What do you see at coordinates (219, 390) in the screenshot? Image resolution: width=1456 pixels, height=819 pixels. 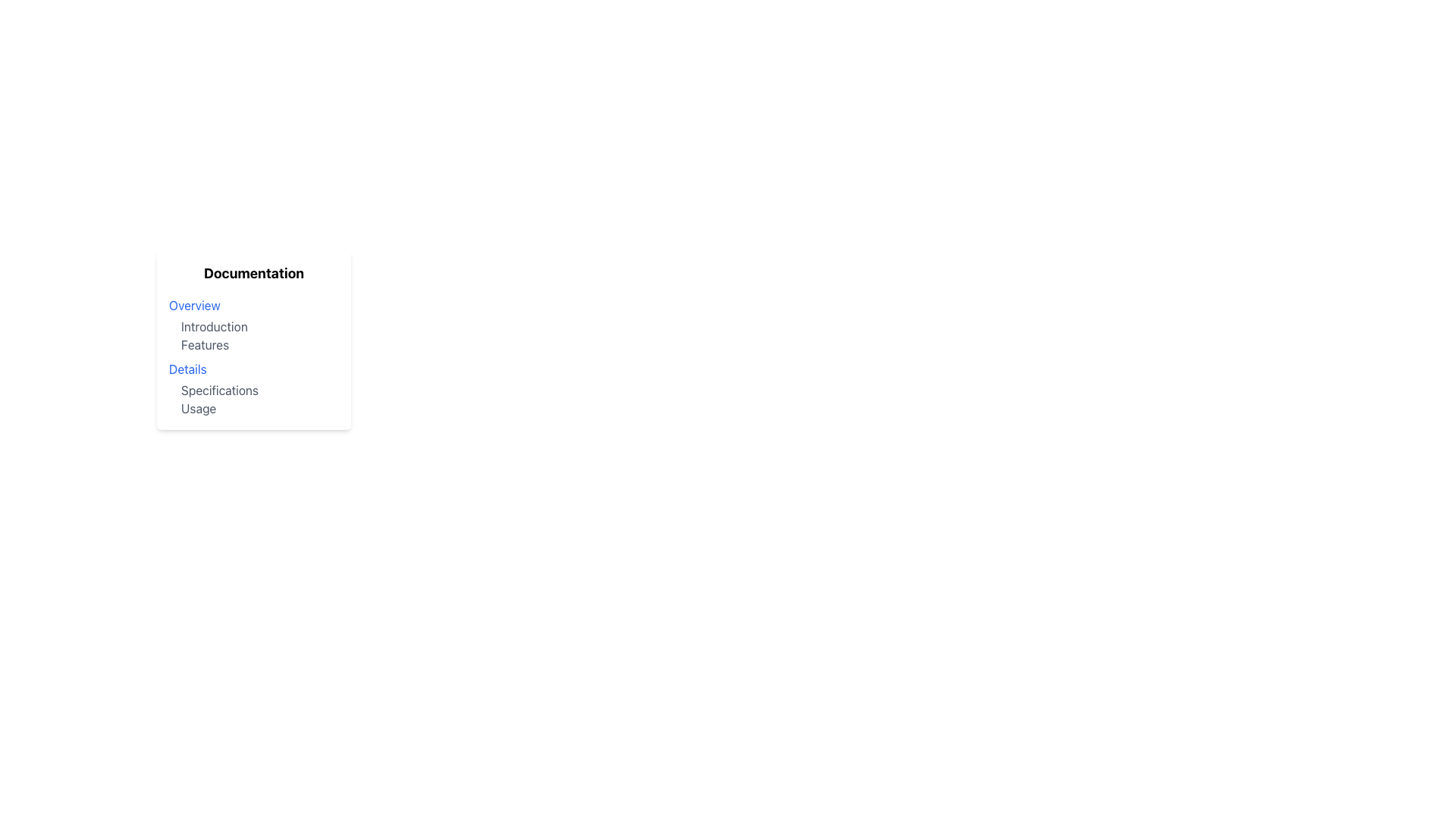 I see `the blue underlined text link labeled 'Specifications' located under the 'Details' heading in the vertical menu structure` at bounding box center [219, 390].